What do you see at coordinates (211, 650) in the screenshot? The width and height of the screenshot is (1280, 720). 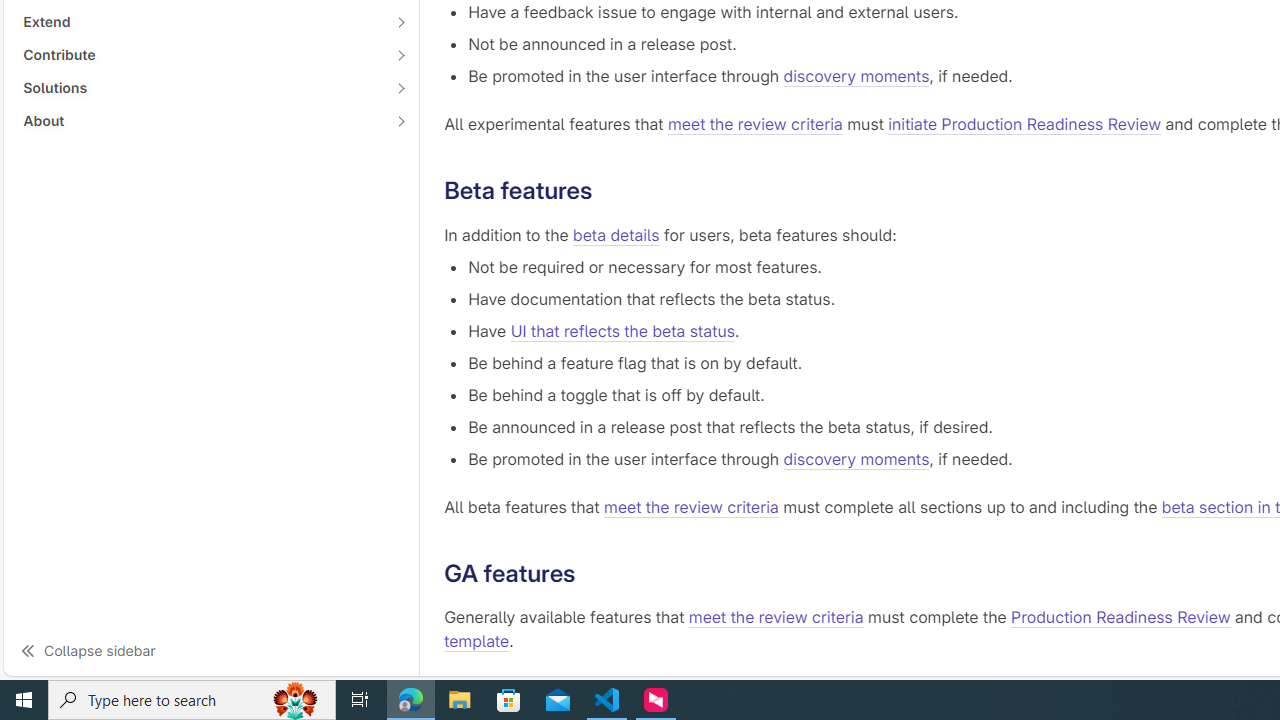 I see `'Collapse sidebar'` at bounding box center [211, 650].